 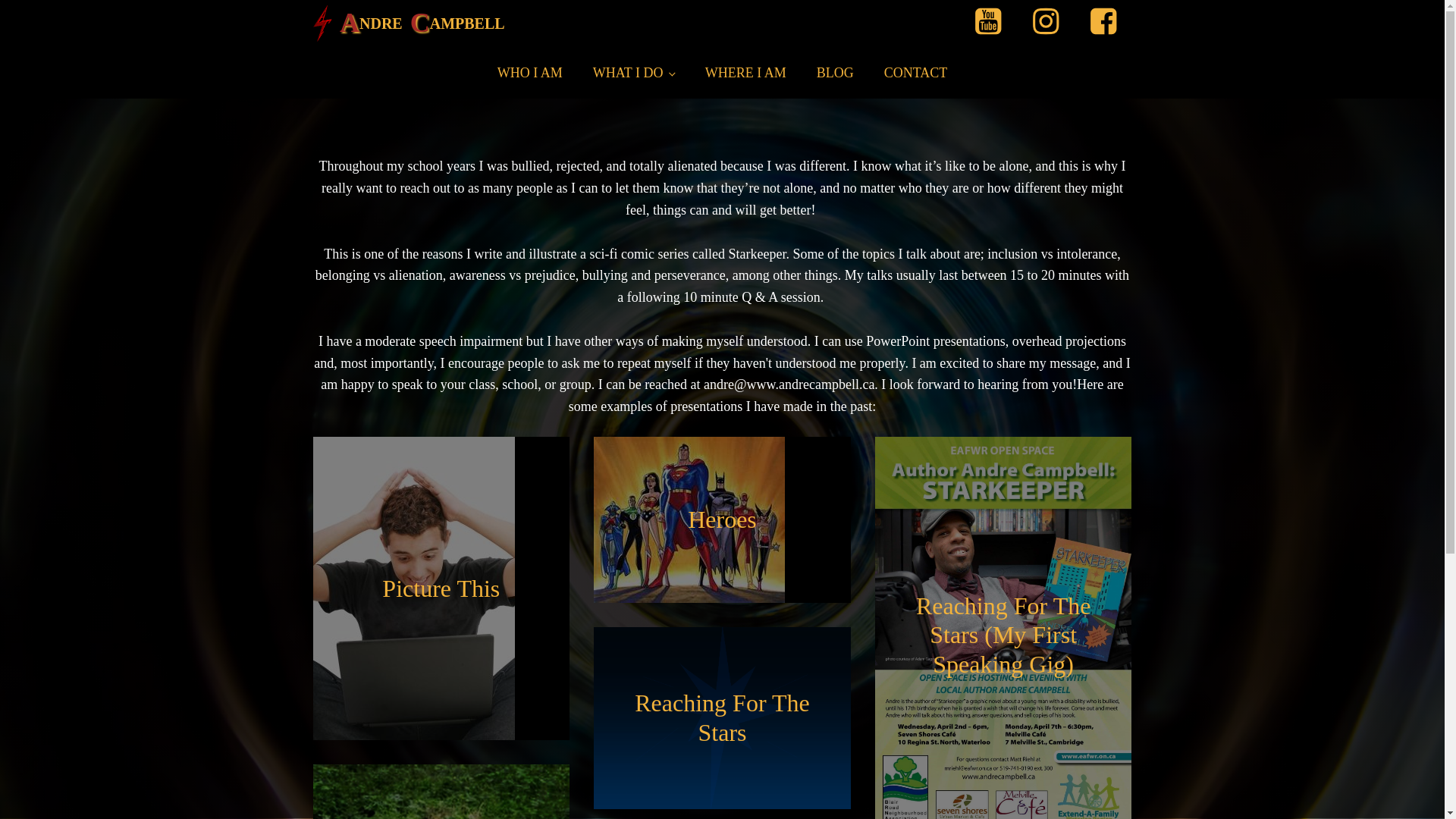 I want to click on 'CONTACT', so click(x=915, y=73).